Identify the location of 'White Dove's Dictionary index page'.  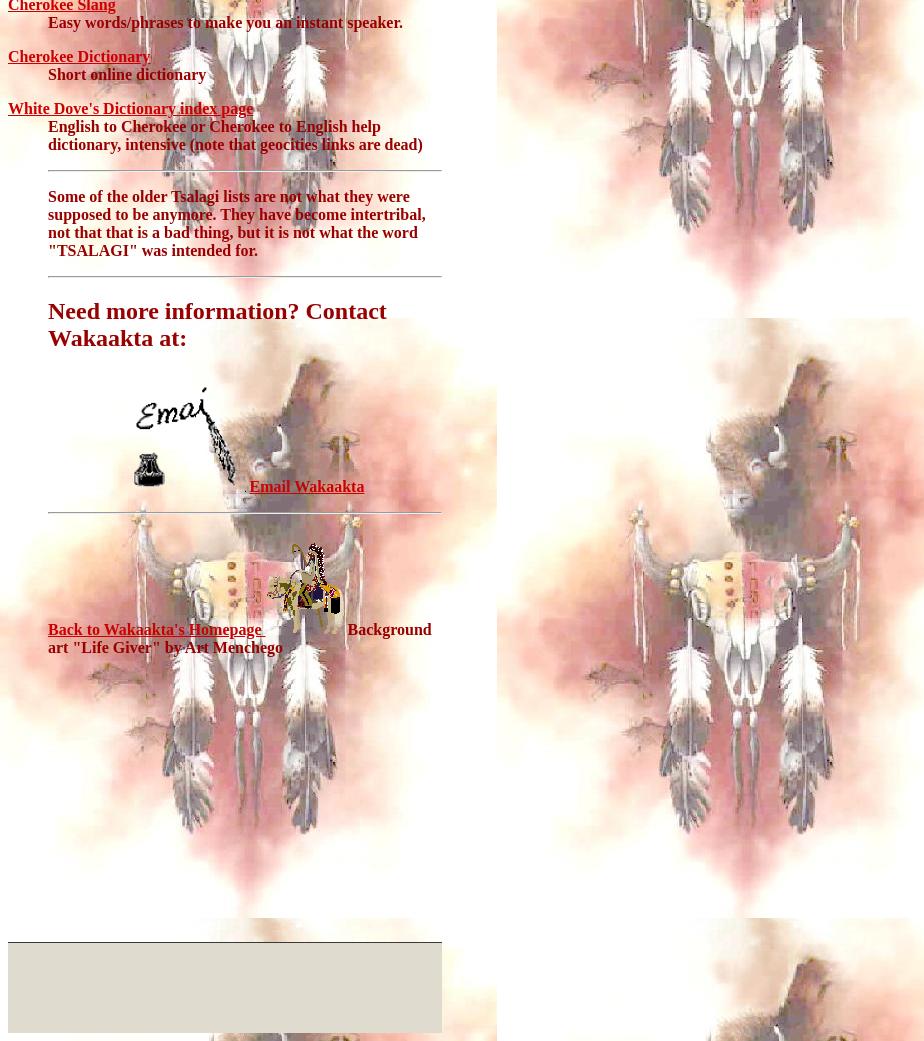
(130, 108).